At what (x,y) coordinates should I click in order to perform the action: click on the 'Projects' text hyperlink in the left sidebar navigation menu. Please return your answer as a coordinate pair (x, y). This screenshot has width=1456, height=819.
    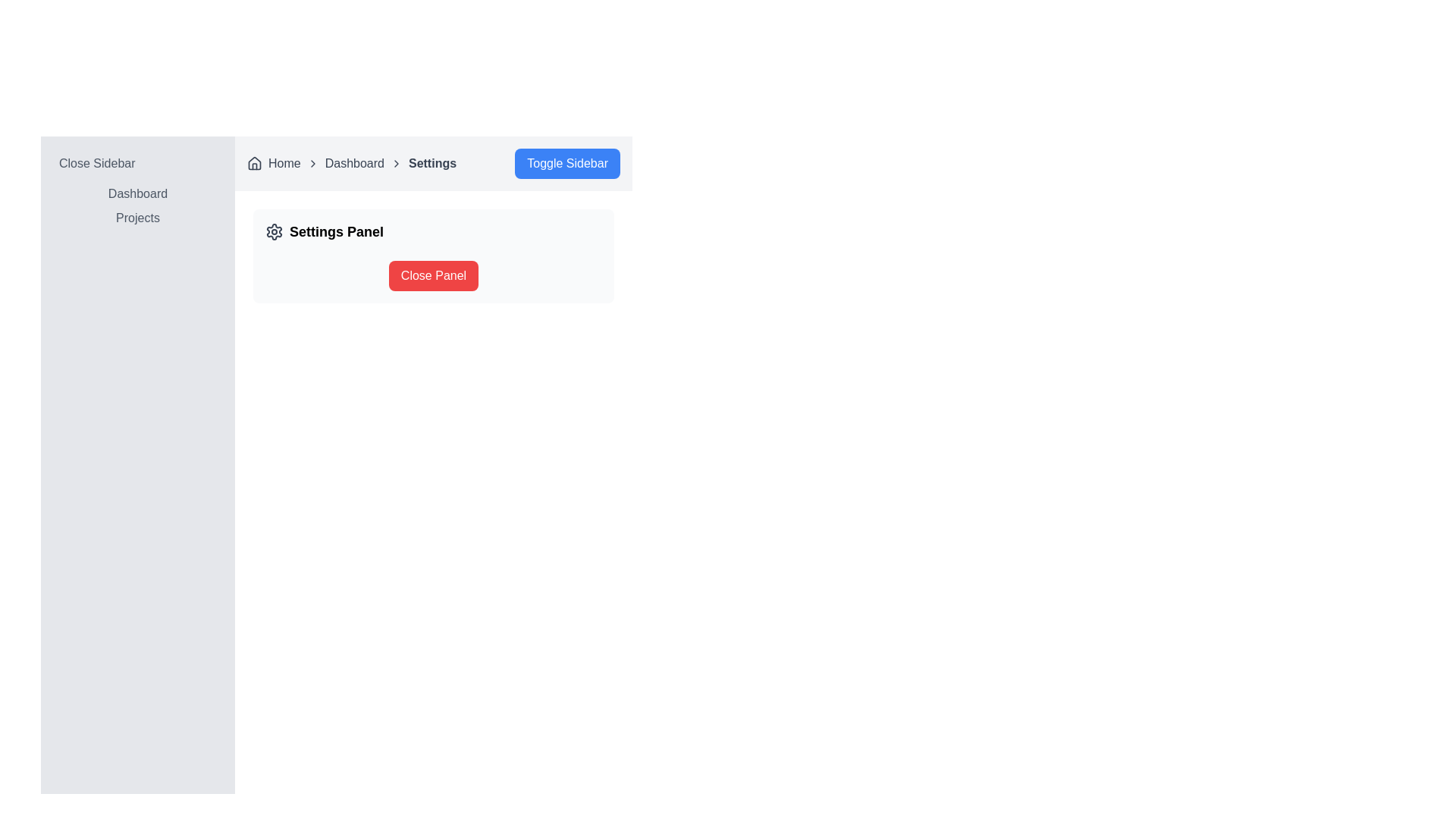
    Looking at the image, I should click on (138, 218).